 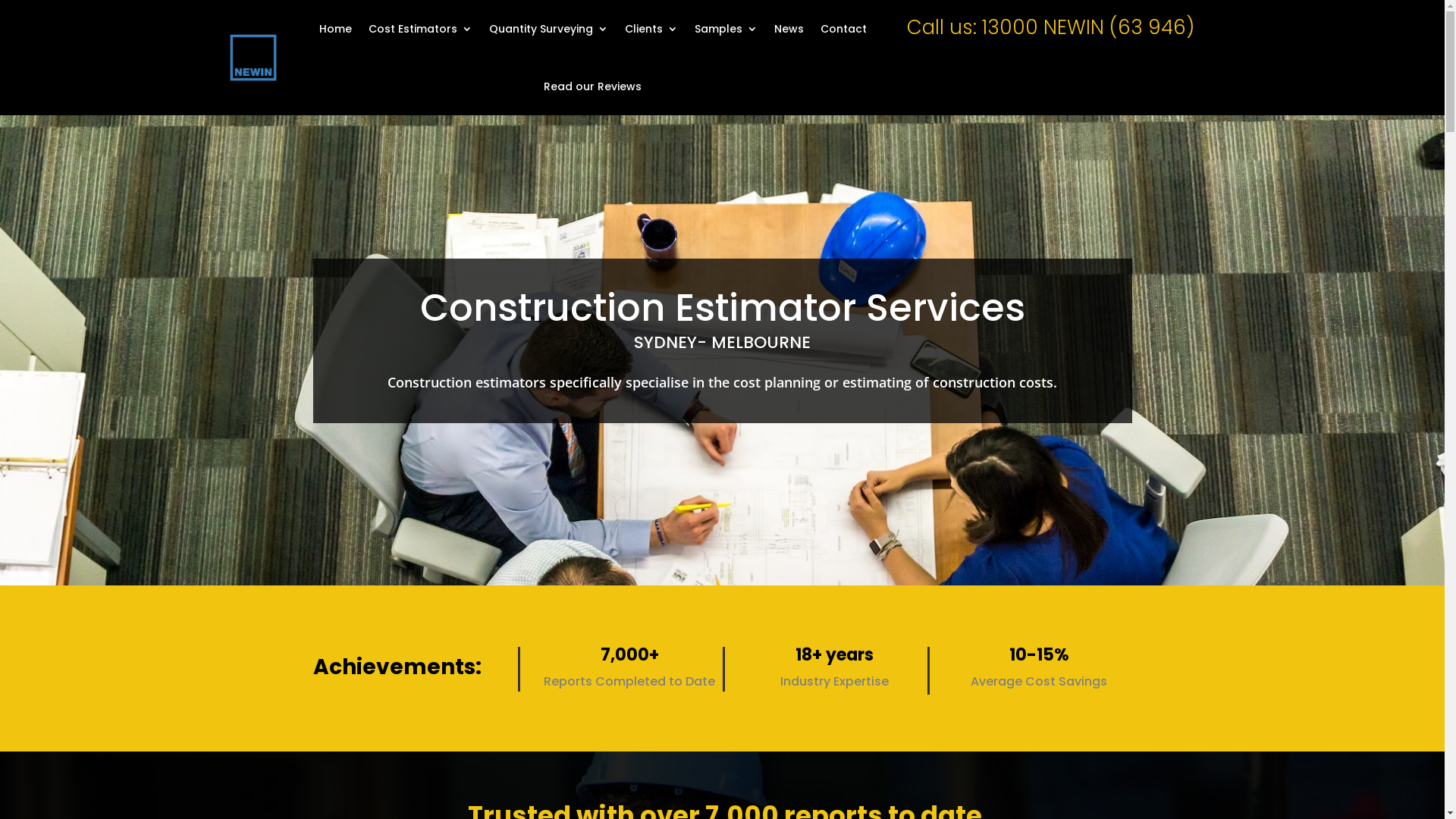 I want to click on 'Samples', so click(x=694, y=29).